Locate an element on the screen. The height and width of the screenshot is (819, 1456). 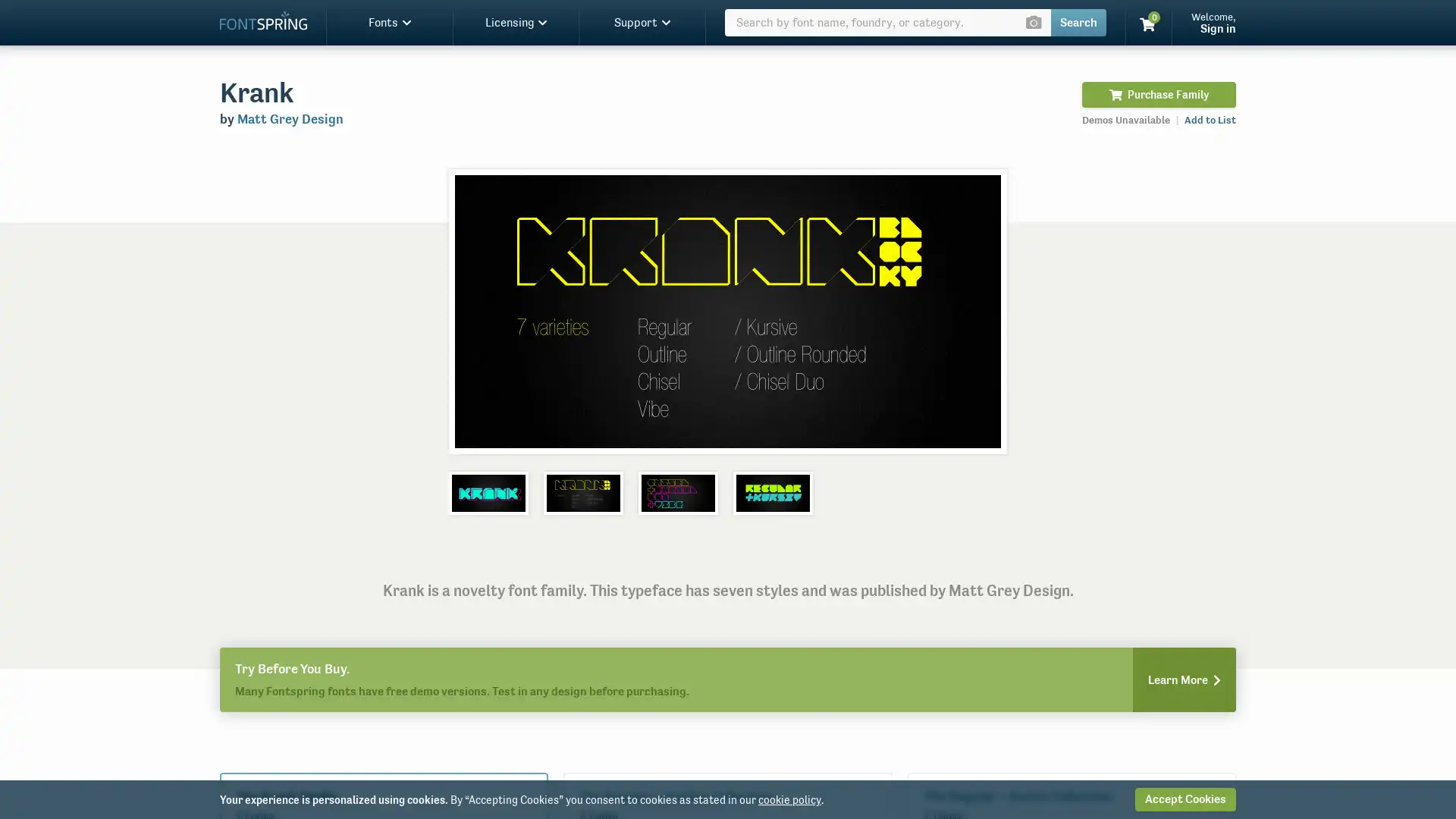
Purchase Family is located at coordinates (1158, 94).